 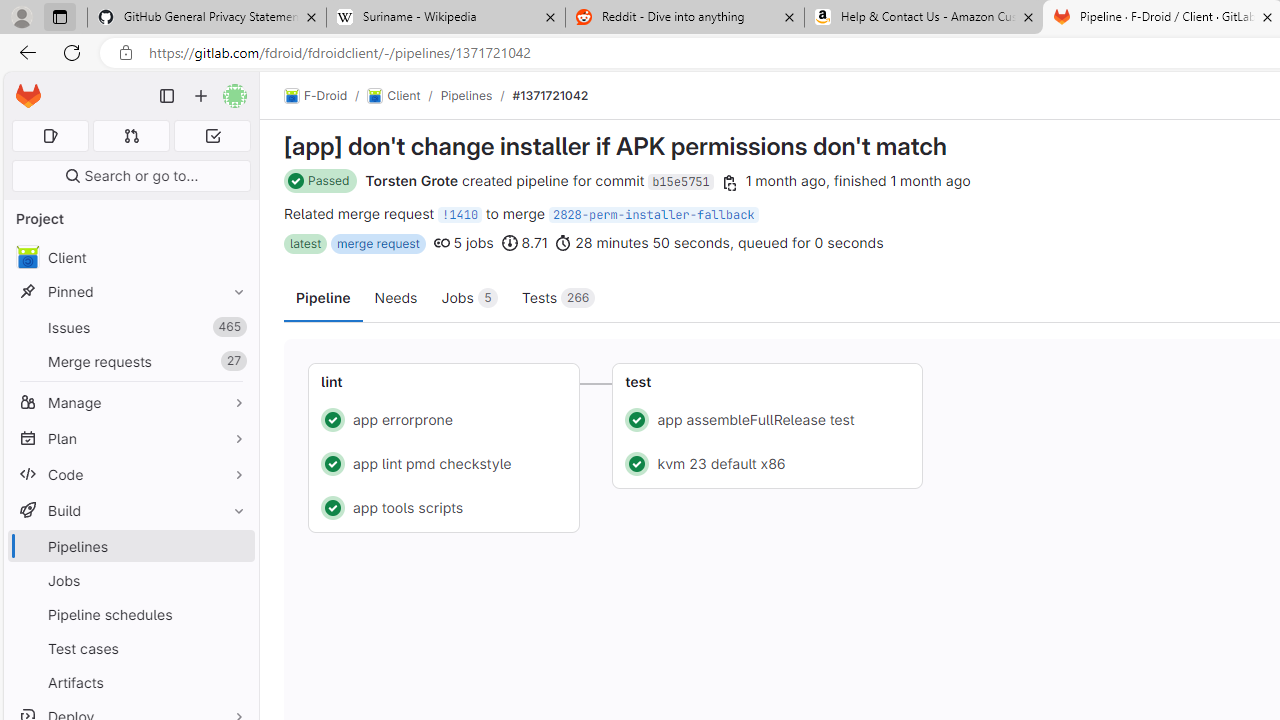 I want to click on 'Test cases', so click(x=130, y=648).